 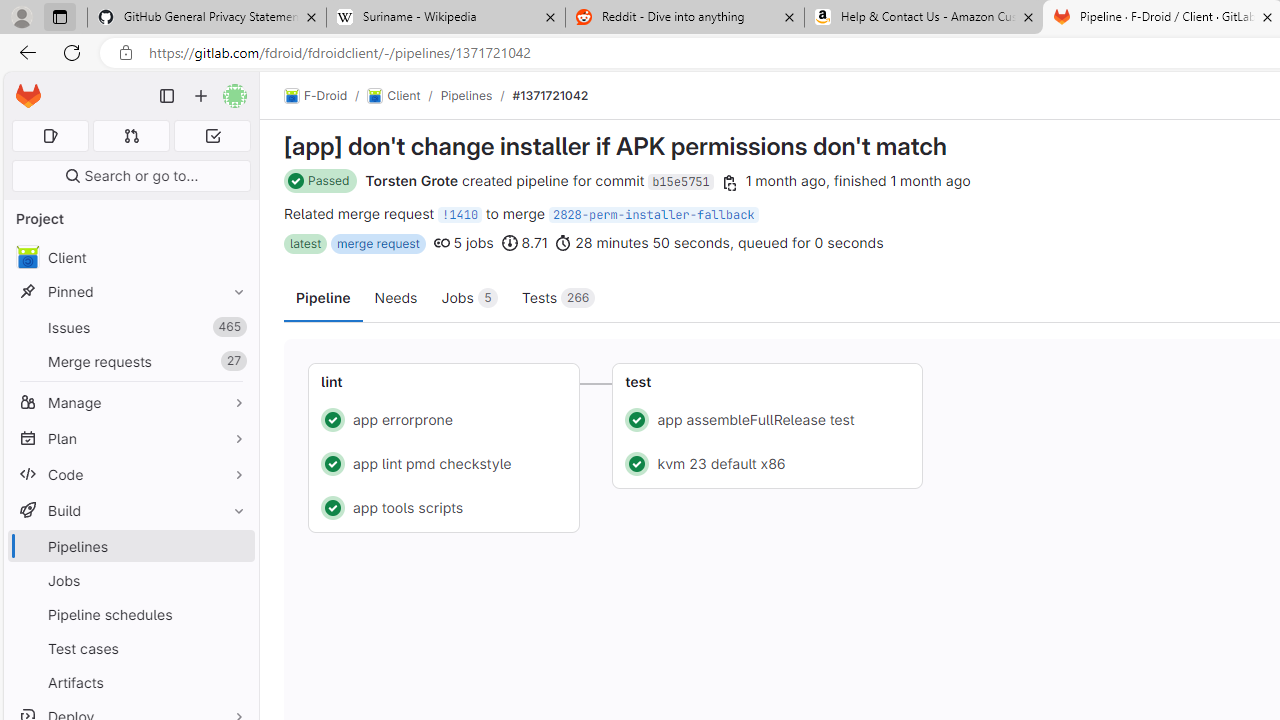 I want to click on 'Test cases', so click(x=130, y=648).